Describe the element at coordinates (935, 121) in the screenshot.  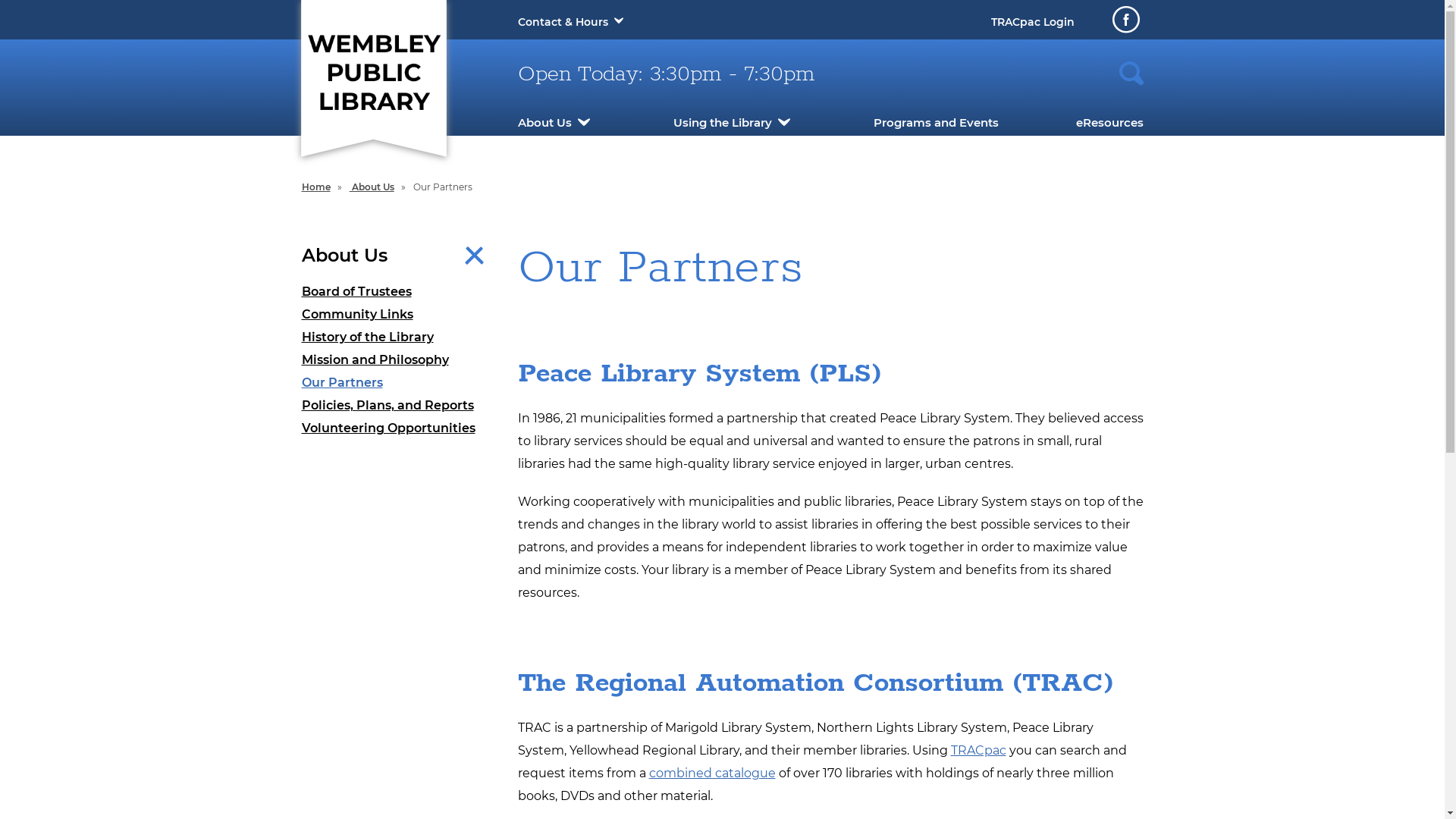
I see `'Programs and Events'` at that location.